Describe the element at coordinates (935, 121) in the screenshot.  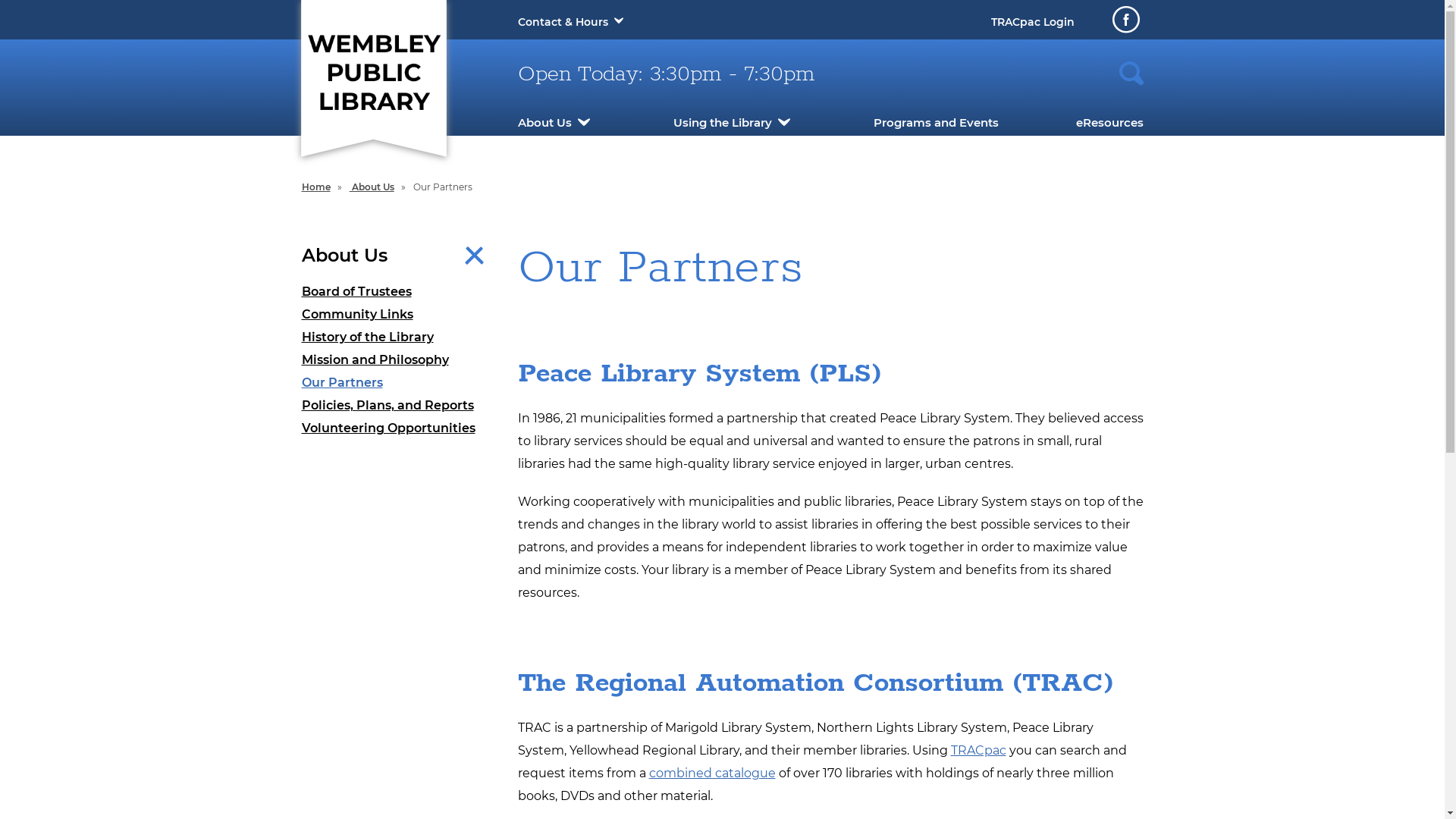
I see `'Programs and Events'` at that location.